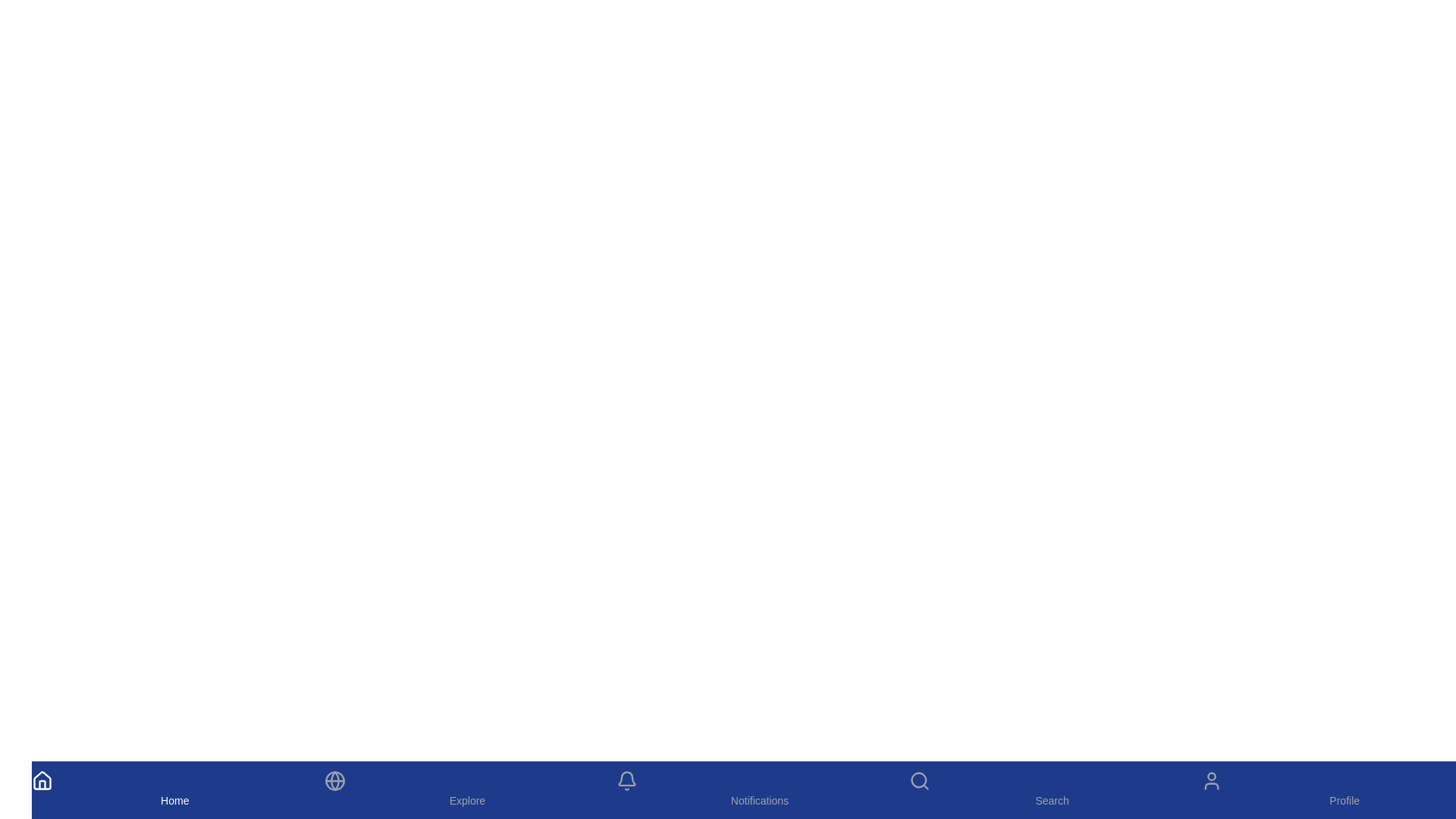 The image size is (1456, 819). Describe the element at coordinates (760, 789) in the screenshot. I see `the Notifications tab by clicking on its icon` at that location.